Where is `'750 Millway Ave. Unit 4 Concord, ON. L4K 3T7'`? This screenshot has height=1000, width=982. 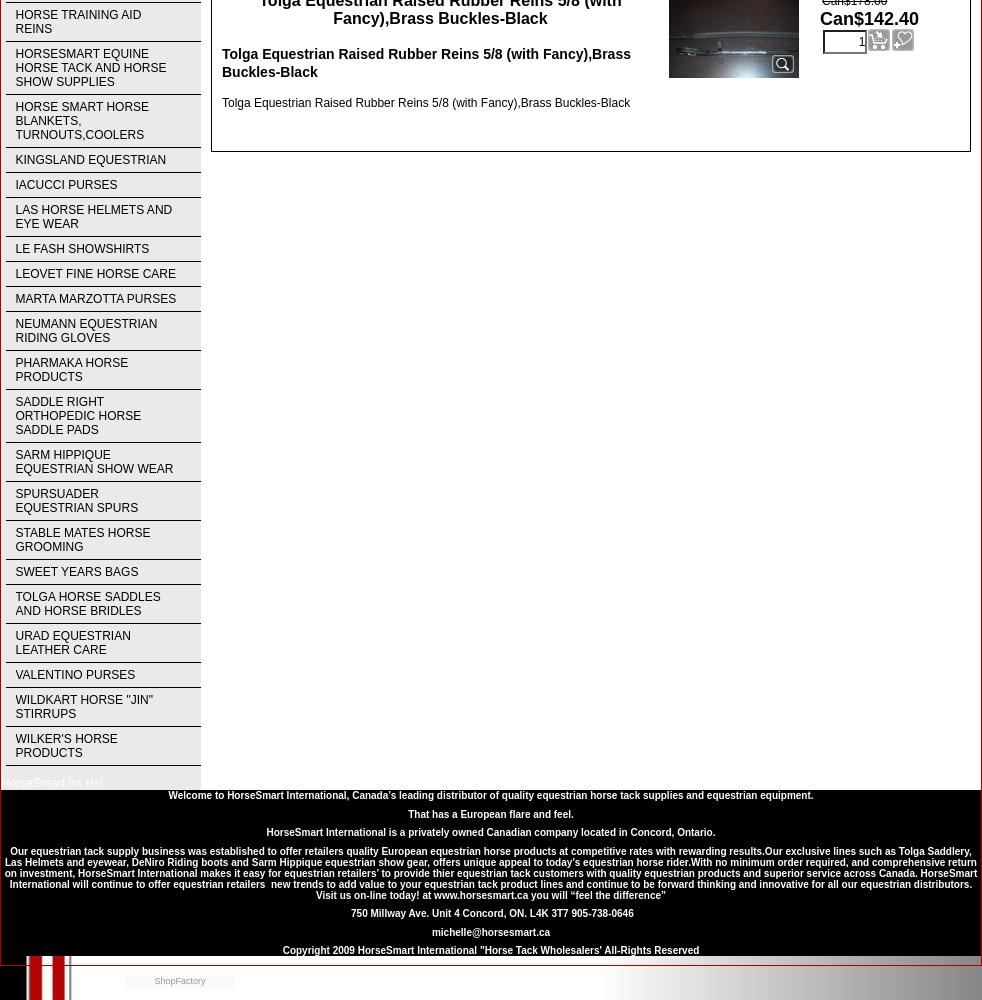 '750 Millway Ave. Unit 4 Concord, ON. L4K 3T7' is located at coordinates (348, 913).